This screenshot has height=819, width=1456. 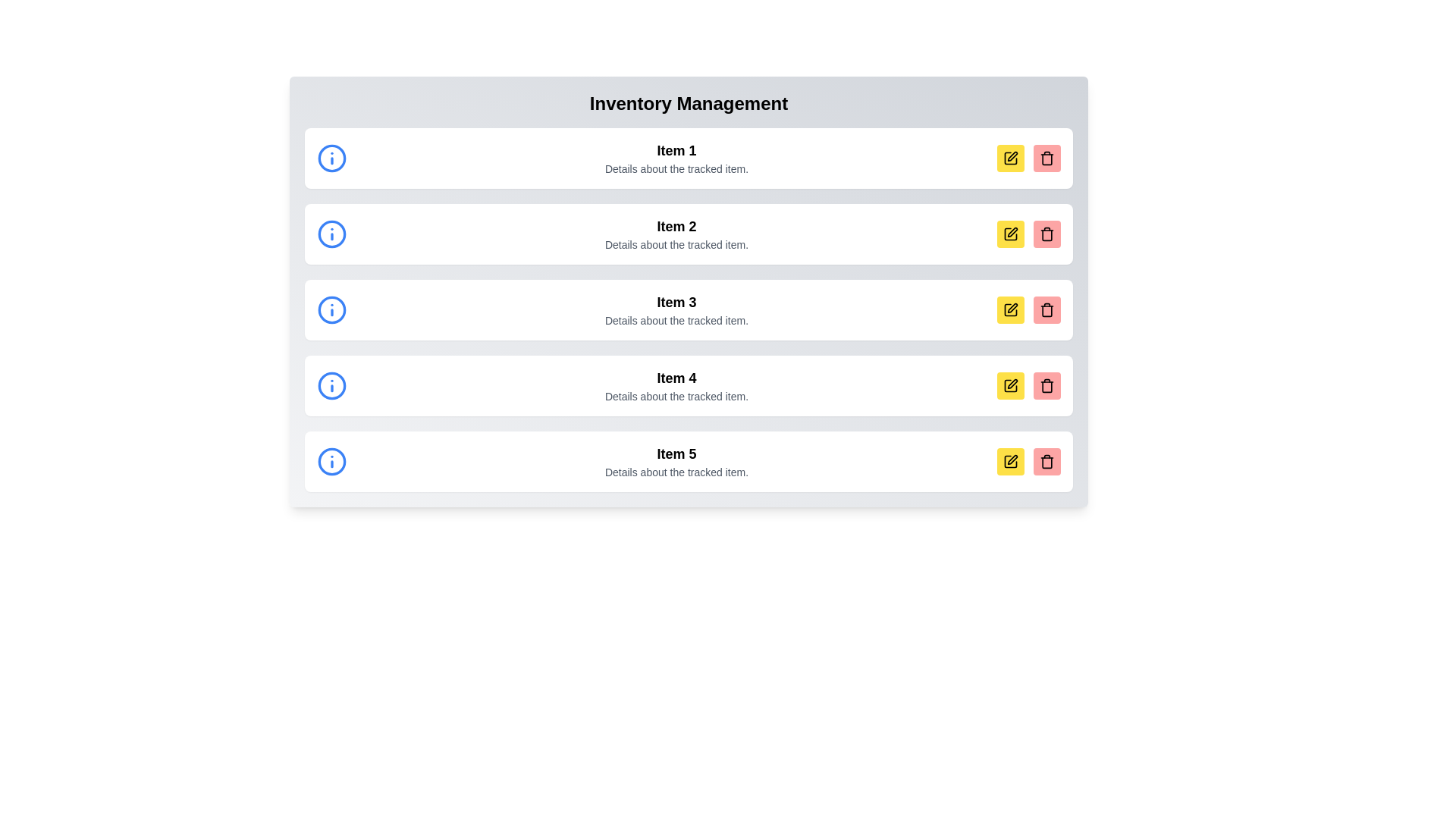 I want to click on the red delete button with a trash can icon located at the bottom-right corner of the list item, so click(x=1046, y=309).